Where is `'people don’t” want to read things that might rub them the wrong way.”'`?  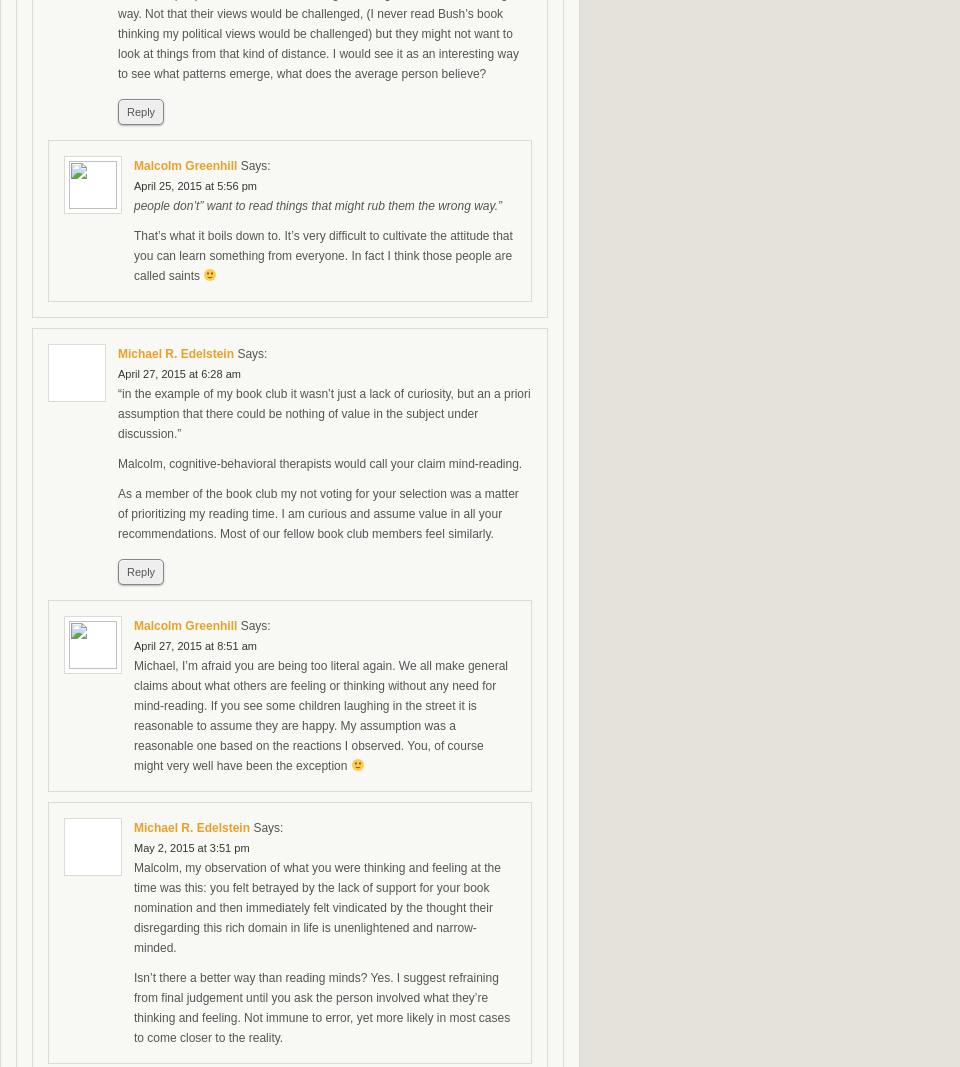 'people don’t” want to read things that might rub them the wrong way.”' is located at coordinates (317, 206).